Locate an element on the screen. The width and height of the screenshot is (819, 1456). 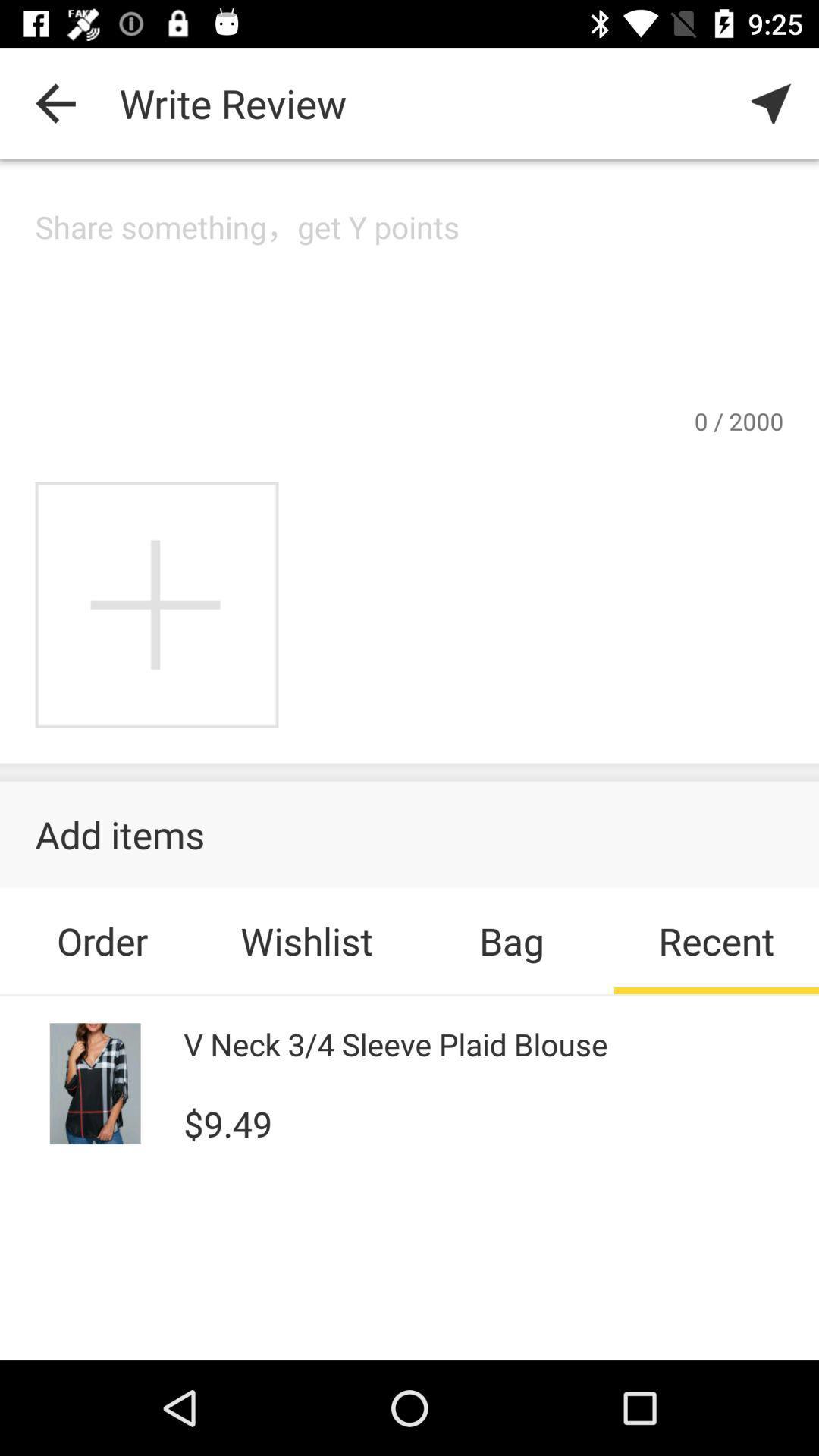
the icon to the left of the write review item is located at coordinates (55, 102).